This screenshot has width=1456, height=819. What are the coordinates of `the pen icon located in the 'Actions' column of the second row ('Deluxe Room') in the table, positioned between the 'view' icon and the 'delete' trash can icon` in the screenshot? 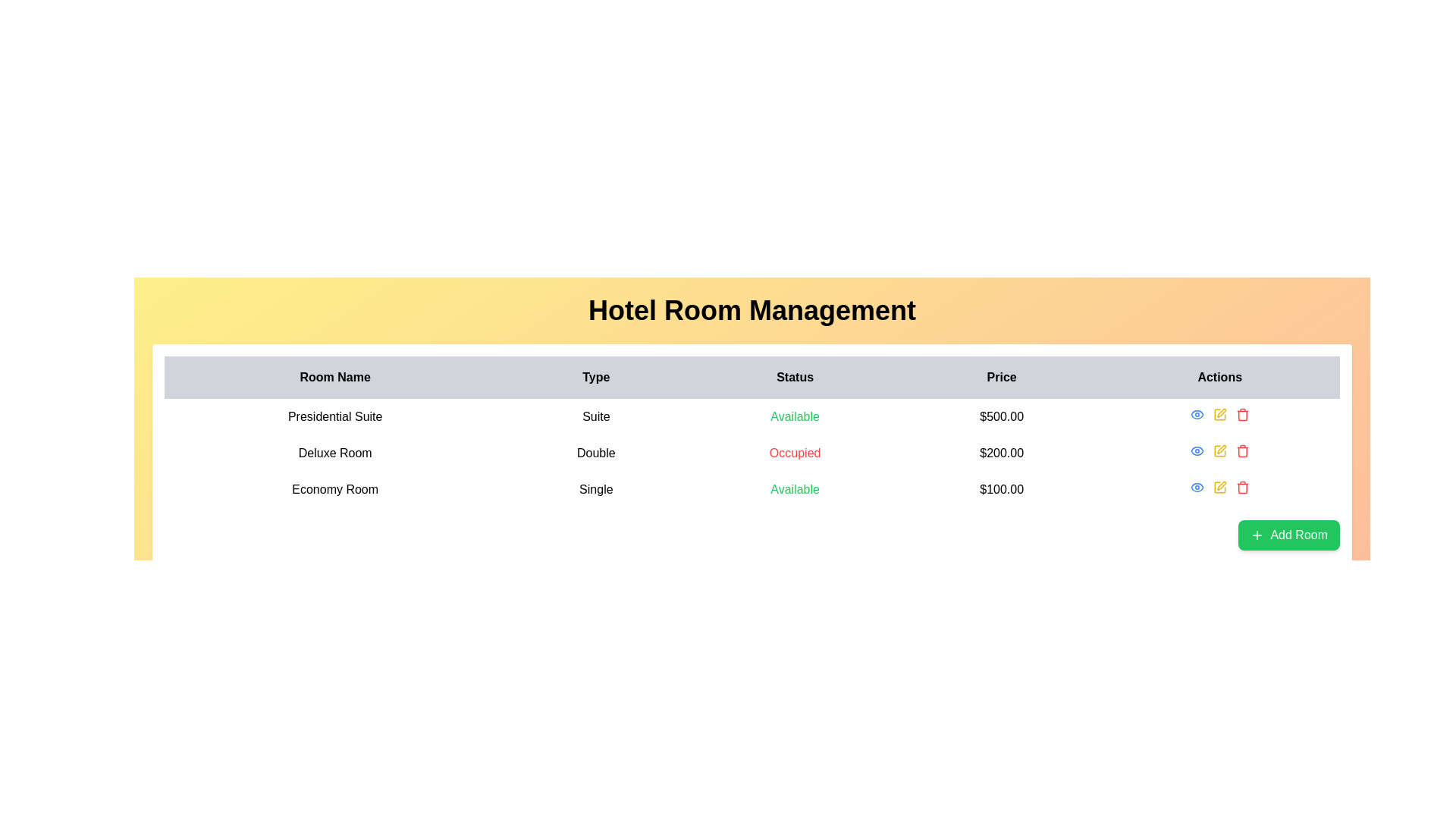 It's located at (1221, 448).